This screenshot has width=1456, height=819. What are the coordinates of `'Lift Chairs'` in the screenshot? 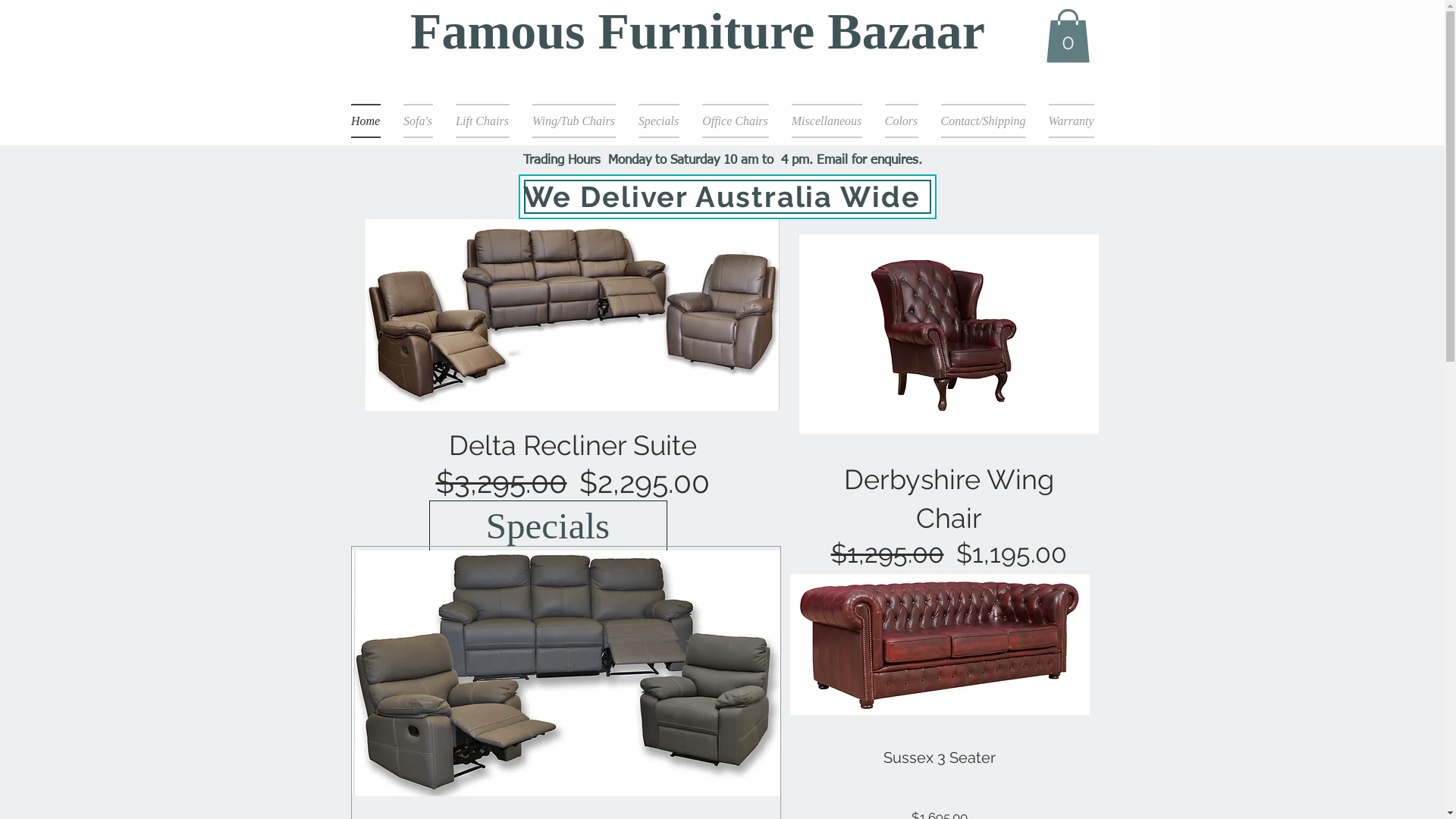 It's located at (482, 120).